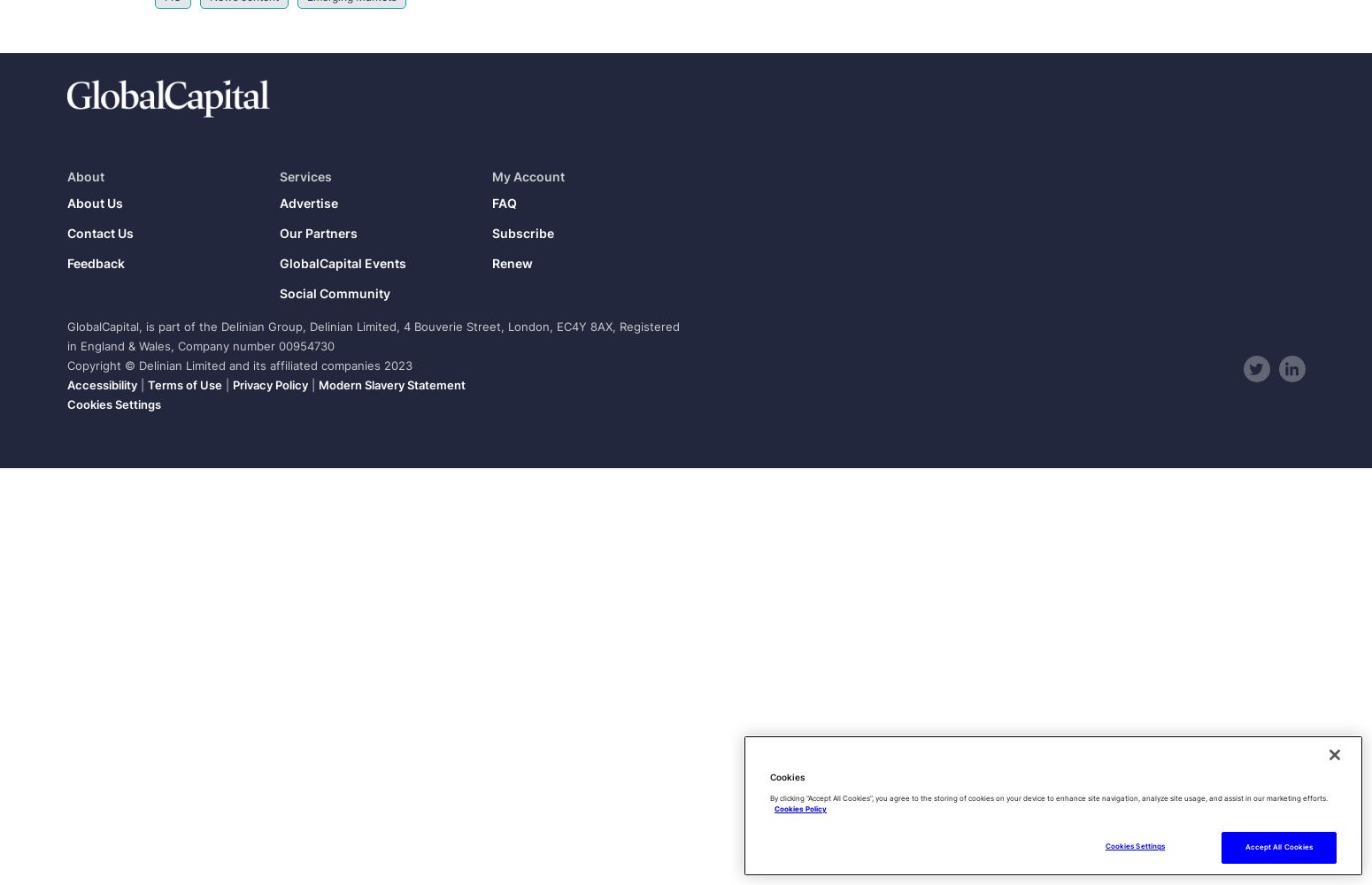 This screenshot has width=1372, height=885. What do you see at coordinates (66, 336) in the screenshot?
I see `'GlobalCapital, is part of the Delinian Group, Delinian Limited, 4 Bouverie Street, London, EC4Y 8AX, Registered in England & Wales, Company number 00954730'` at bounding box center [66, 336].